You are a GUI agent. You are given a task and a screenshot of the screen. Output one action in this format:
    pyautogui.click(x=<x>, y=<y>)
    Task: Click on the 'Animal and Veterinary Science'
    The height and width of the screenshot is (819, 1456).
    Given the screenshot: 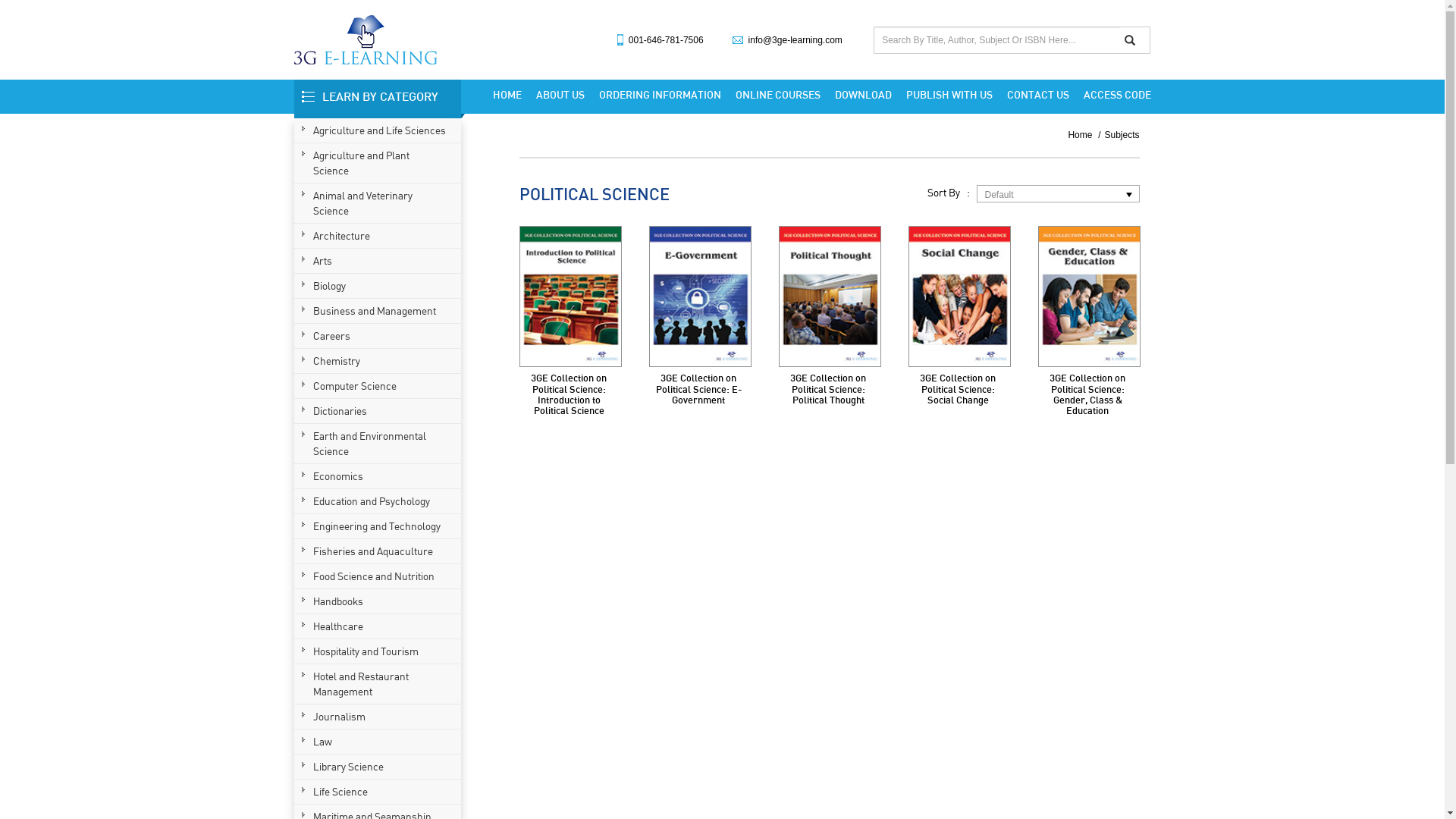 What is the action you would take?
    pyautogui.click(x=378, y=202)
    